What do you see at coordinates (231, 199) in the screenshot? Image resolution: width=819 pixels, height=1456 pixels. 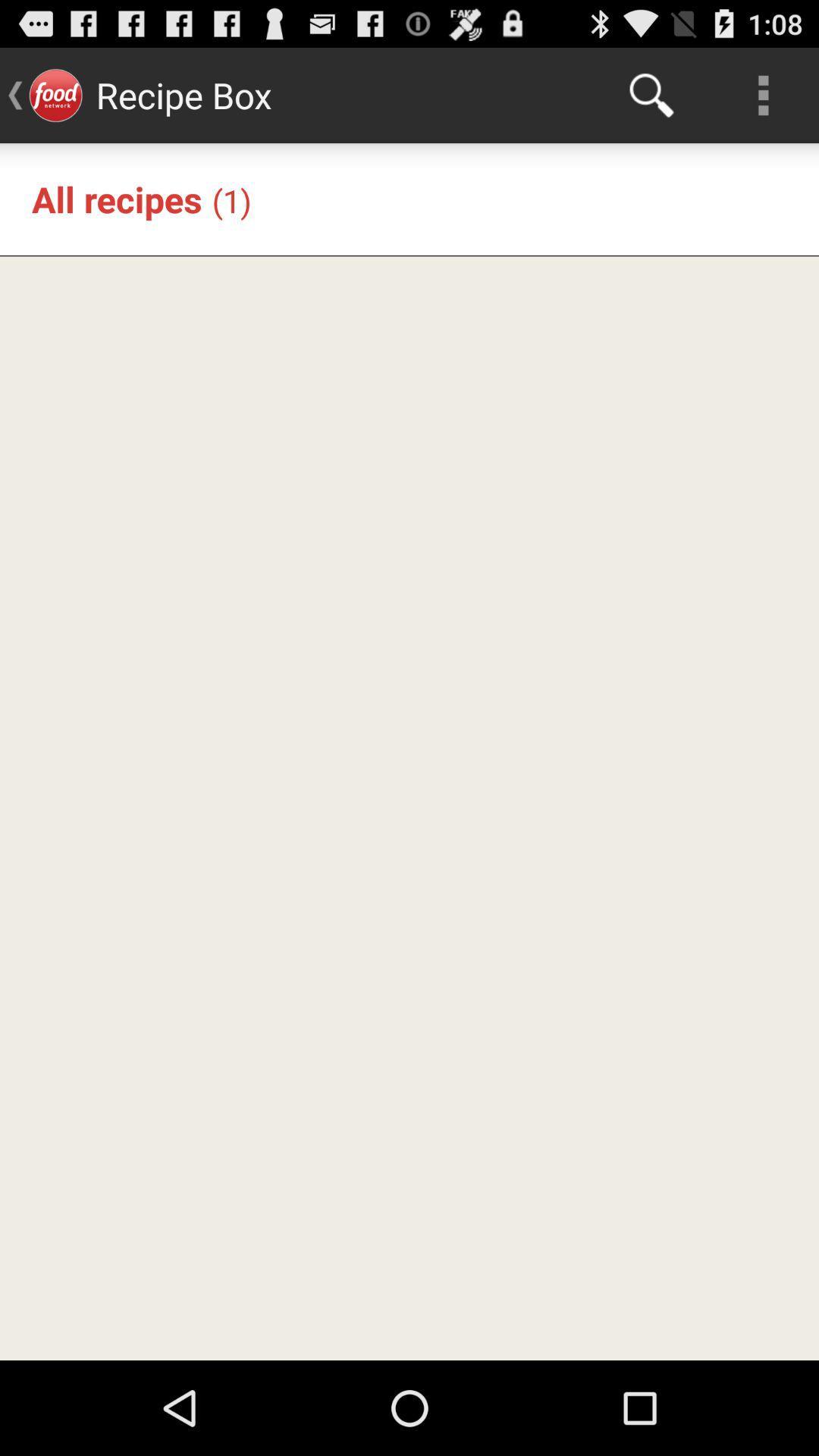 I see `(1)` at bounding box center [231, 199].